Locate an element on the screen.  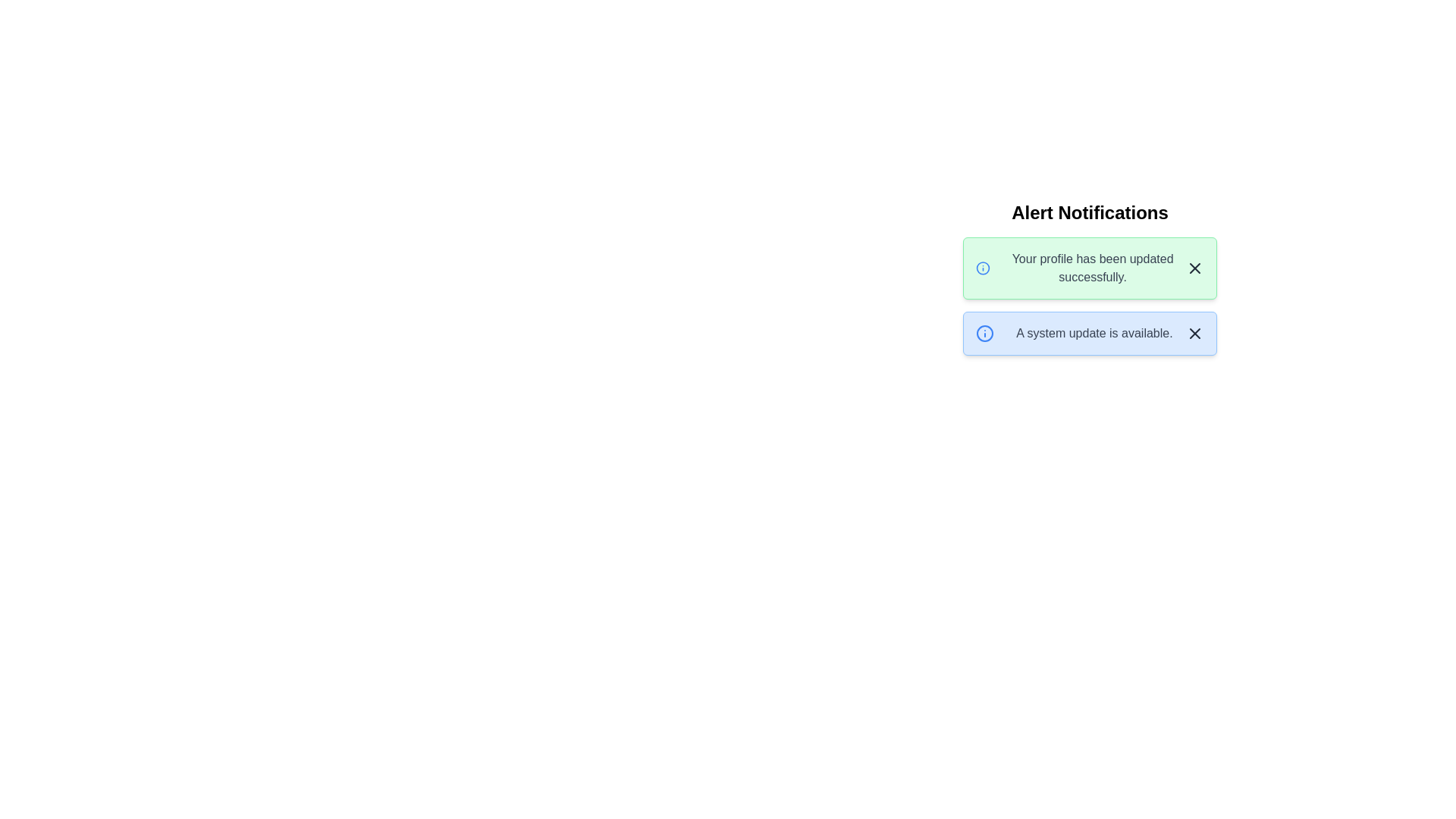
text notification labeled 'A system update is available.' located in the blue alert box at the bottom of the 'Alert Notifications' panel is located at coordinates (1094, 332).